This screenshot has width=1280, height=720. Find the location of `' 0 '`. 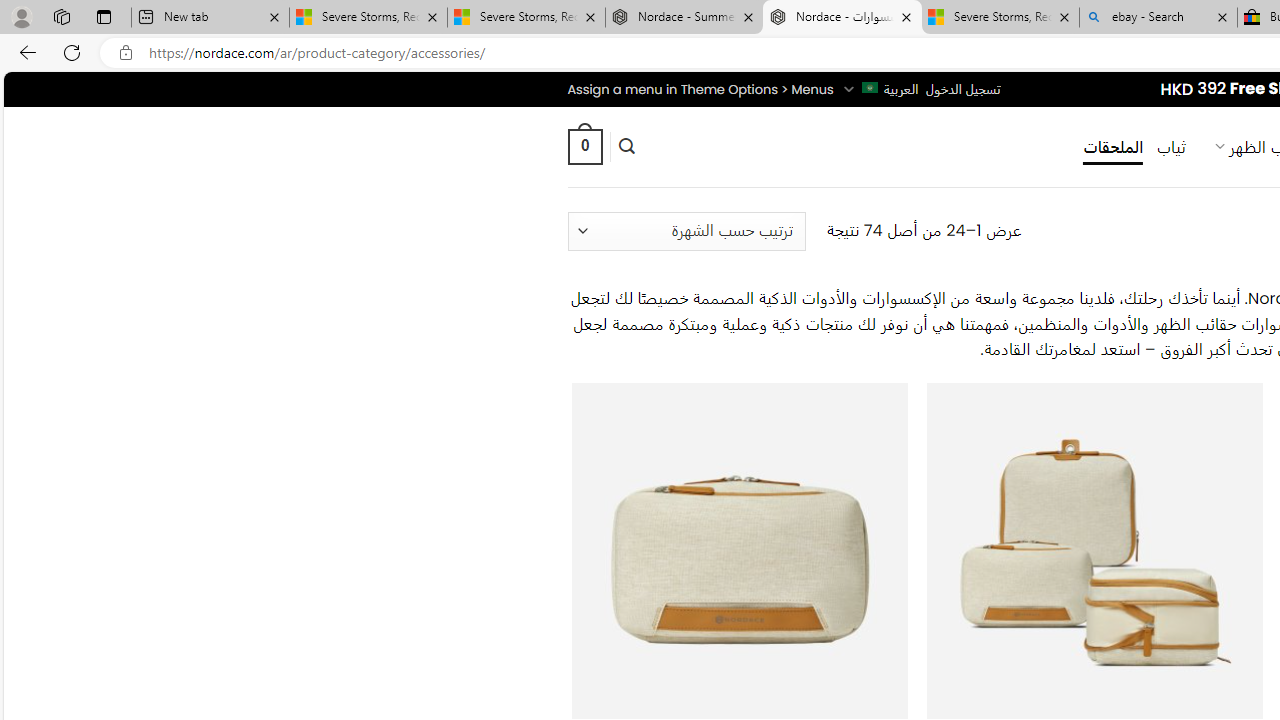

' 0 ' is located at coordinates (583, 145).